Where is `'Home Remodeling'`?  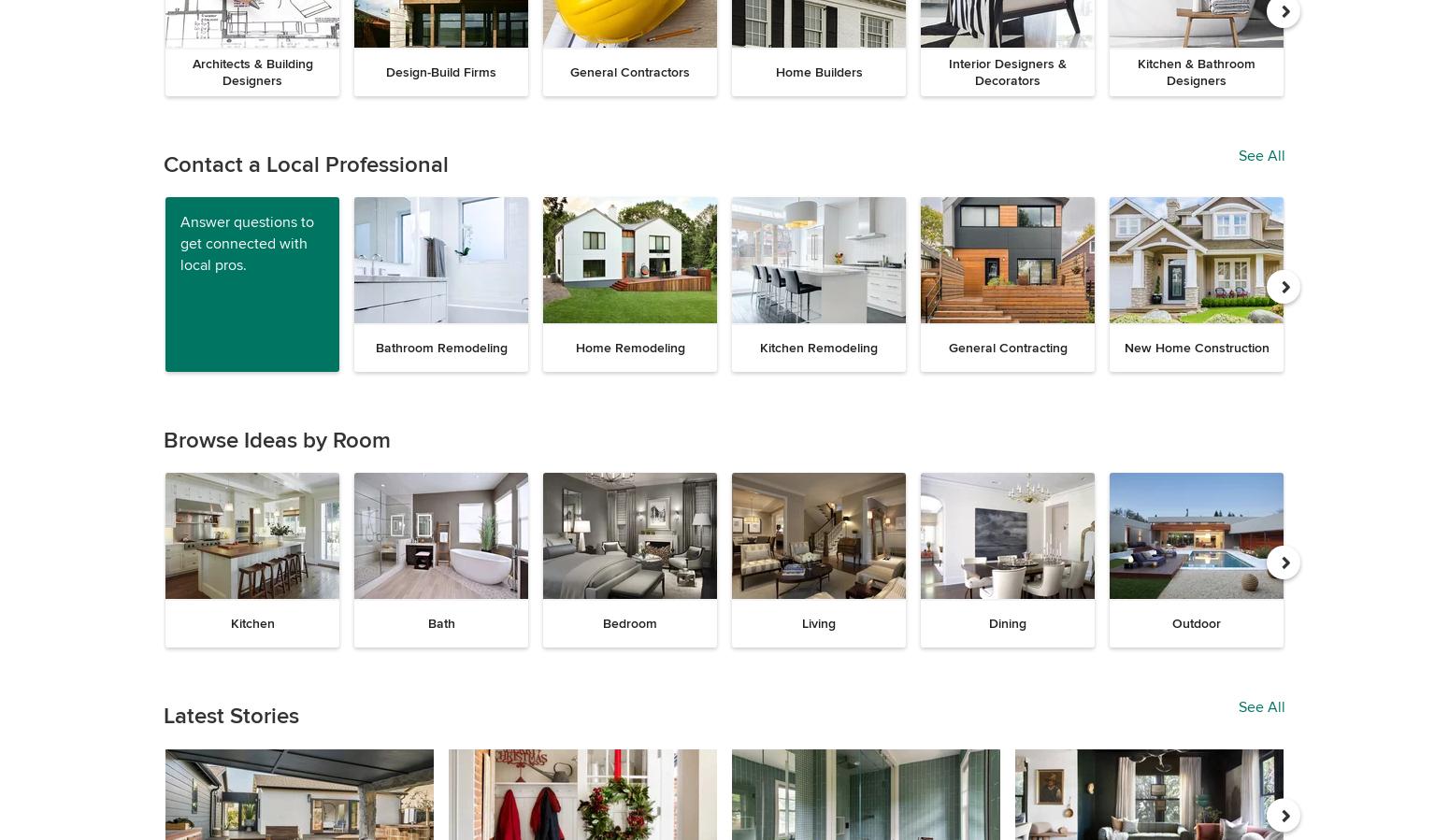
'Home Remodeling' is located at coordinates (628, 347).